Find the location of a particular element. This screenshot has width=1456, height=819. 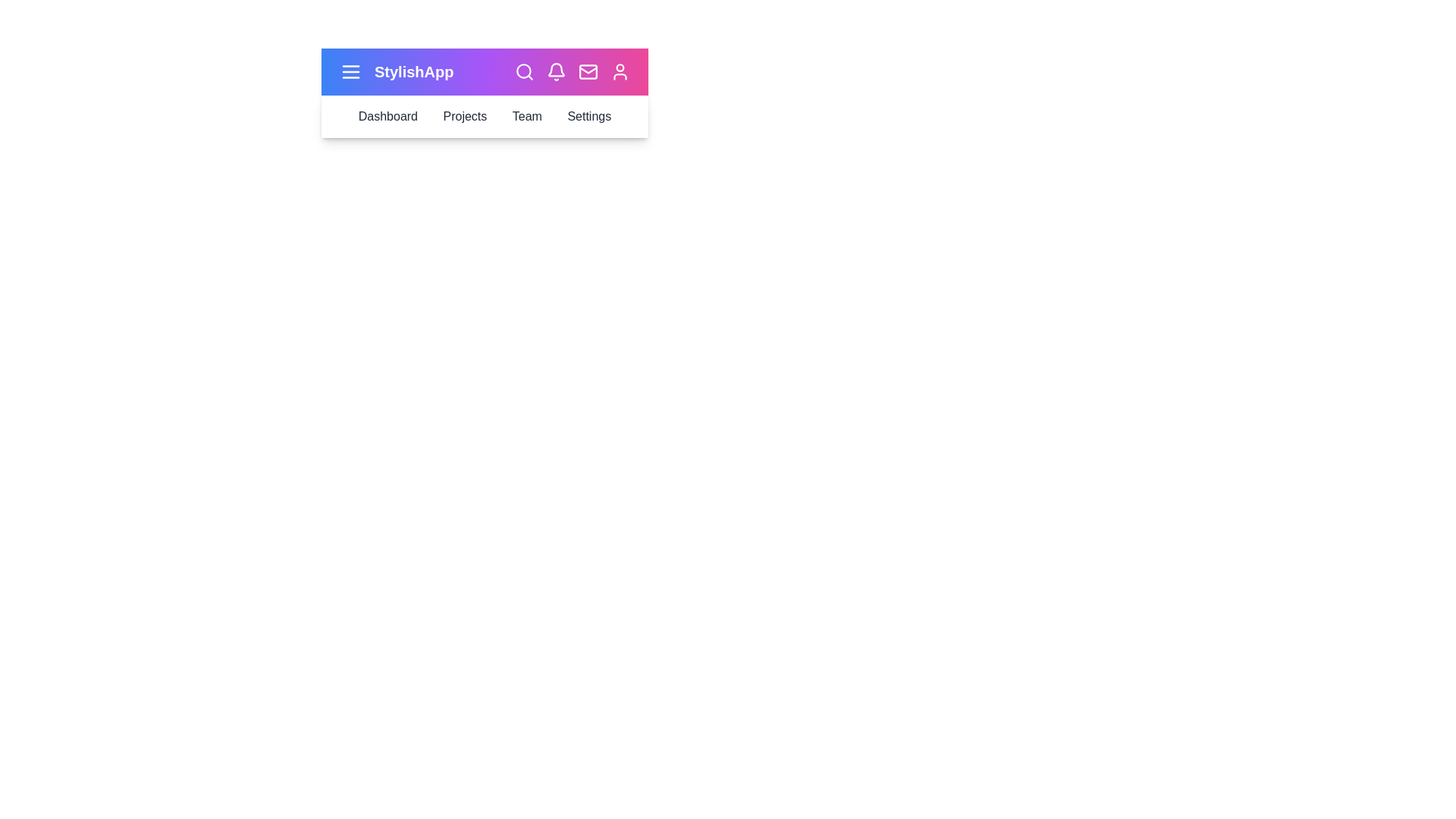

the 'Dashboard' button to navigate to the 'Dashboard' section is located at coordinates (388, 116).